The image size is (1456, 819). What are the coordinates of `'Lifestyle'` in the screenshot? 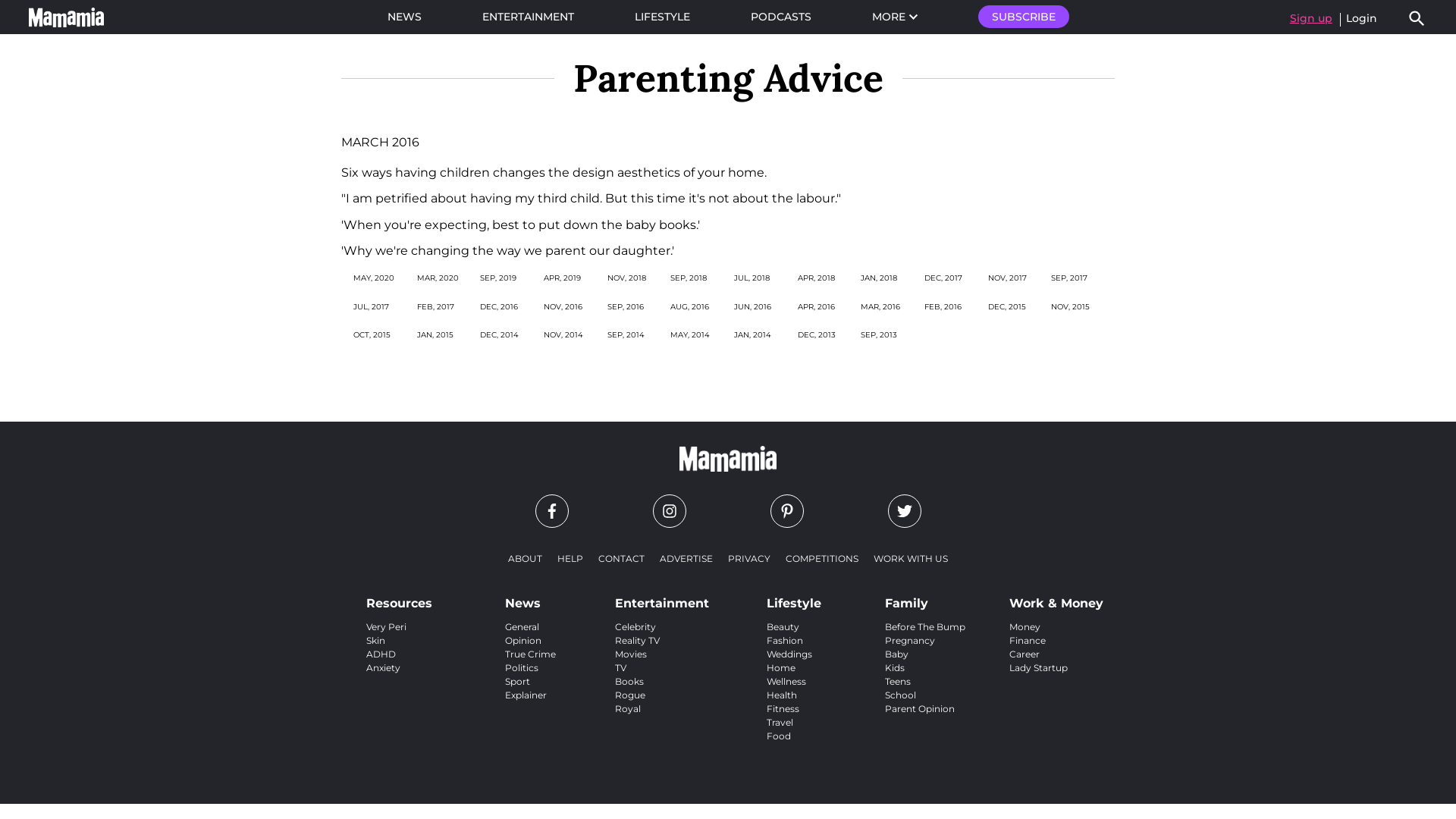 It's located at (792, 598).